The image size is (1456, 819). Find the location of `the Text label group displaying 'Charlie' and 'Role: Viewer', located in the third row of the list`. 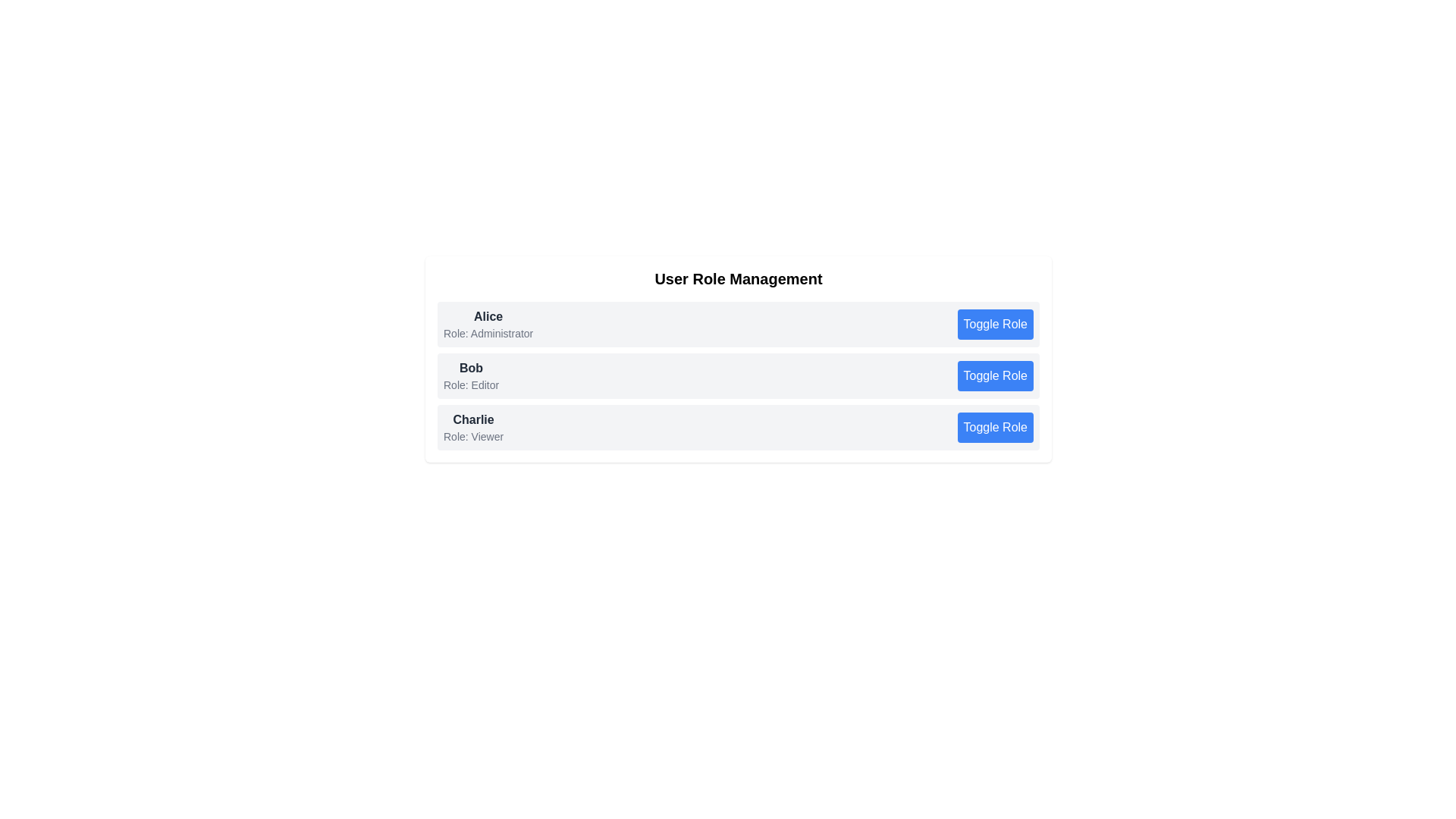

the Text label group displaying 'Charlie' and 'Role: Viewer', located in the third row of the list is located at coordinates (472, 427).